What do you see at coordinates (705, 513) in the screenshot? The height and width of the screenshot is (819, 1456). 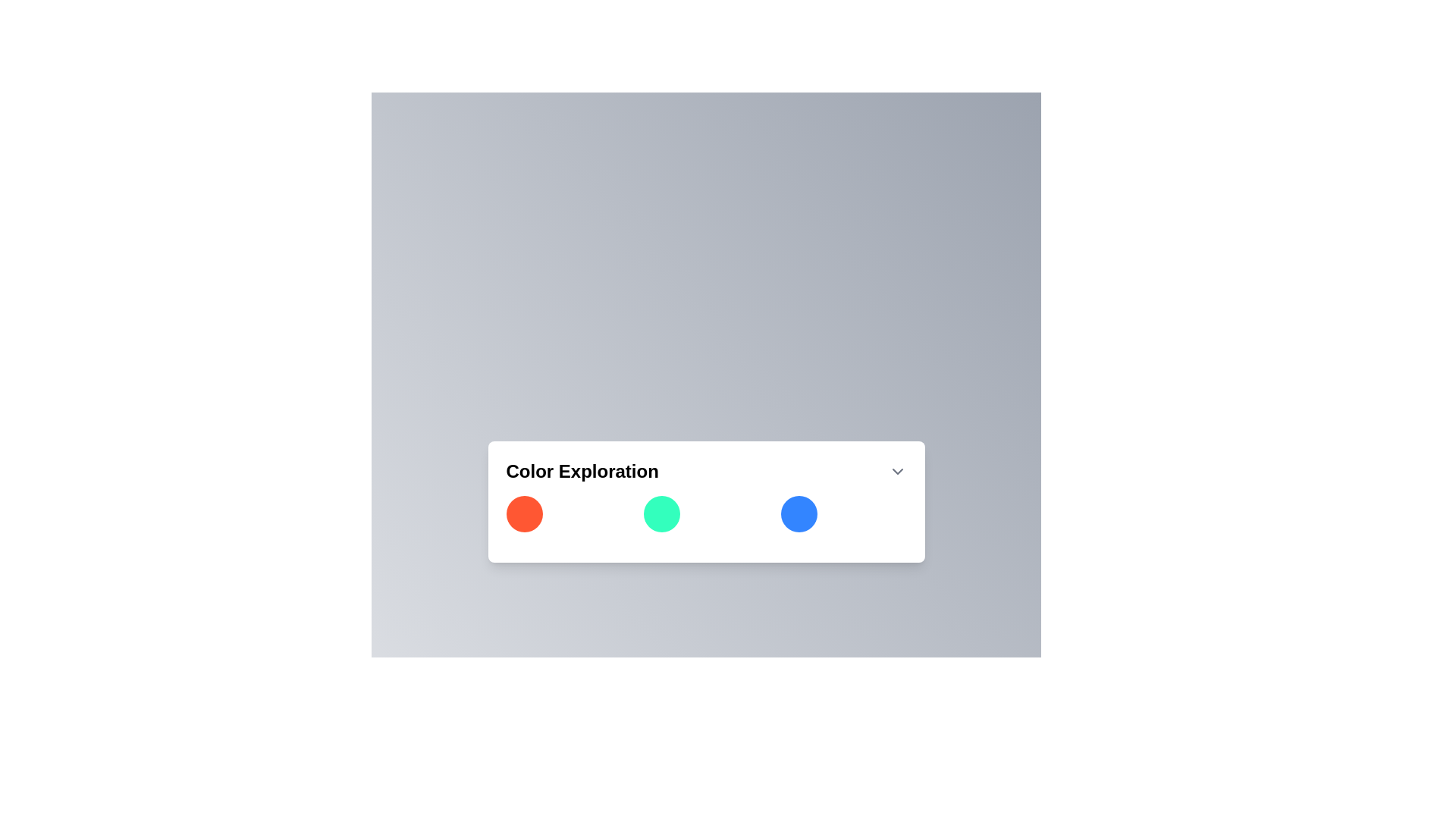 I see `the color palette component consisting of three circular elements (red, teal, blue)` at bounding box center [705, 513].